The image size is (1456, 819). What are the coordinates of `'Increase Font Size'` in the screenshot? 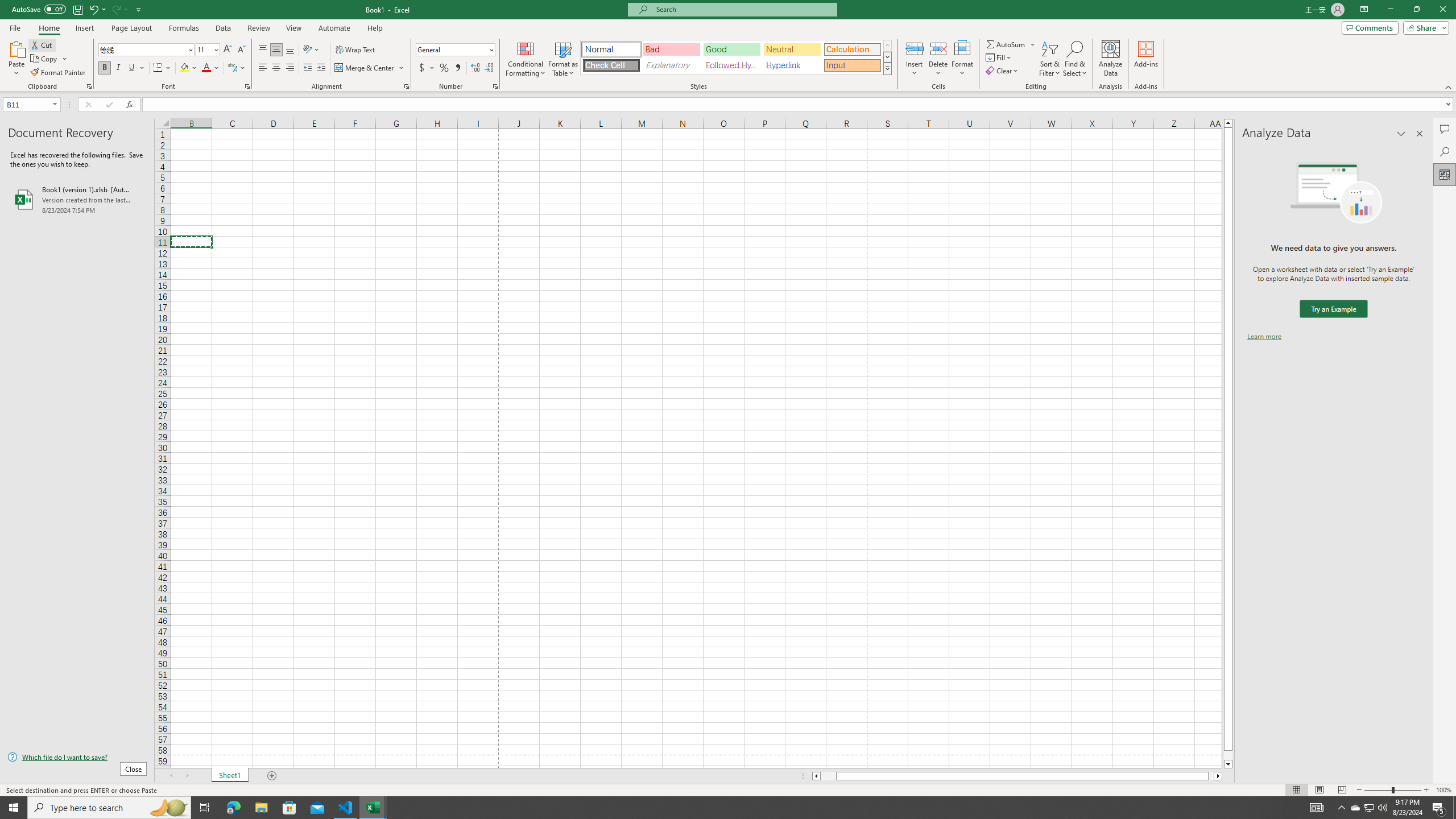 It's located at (227, 49).